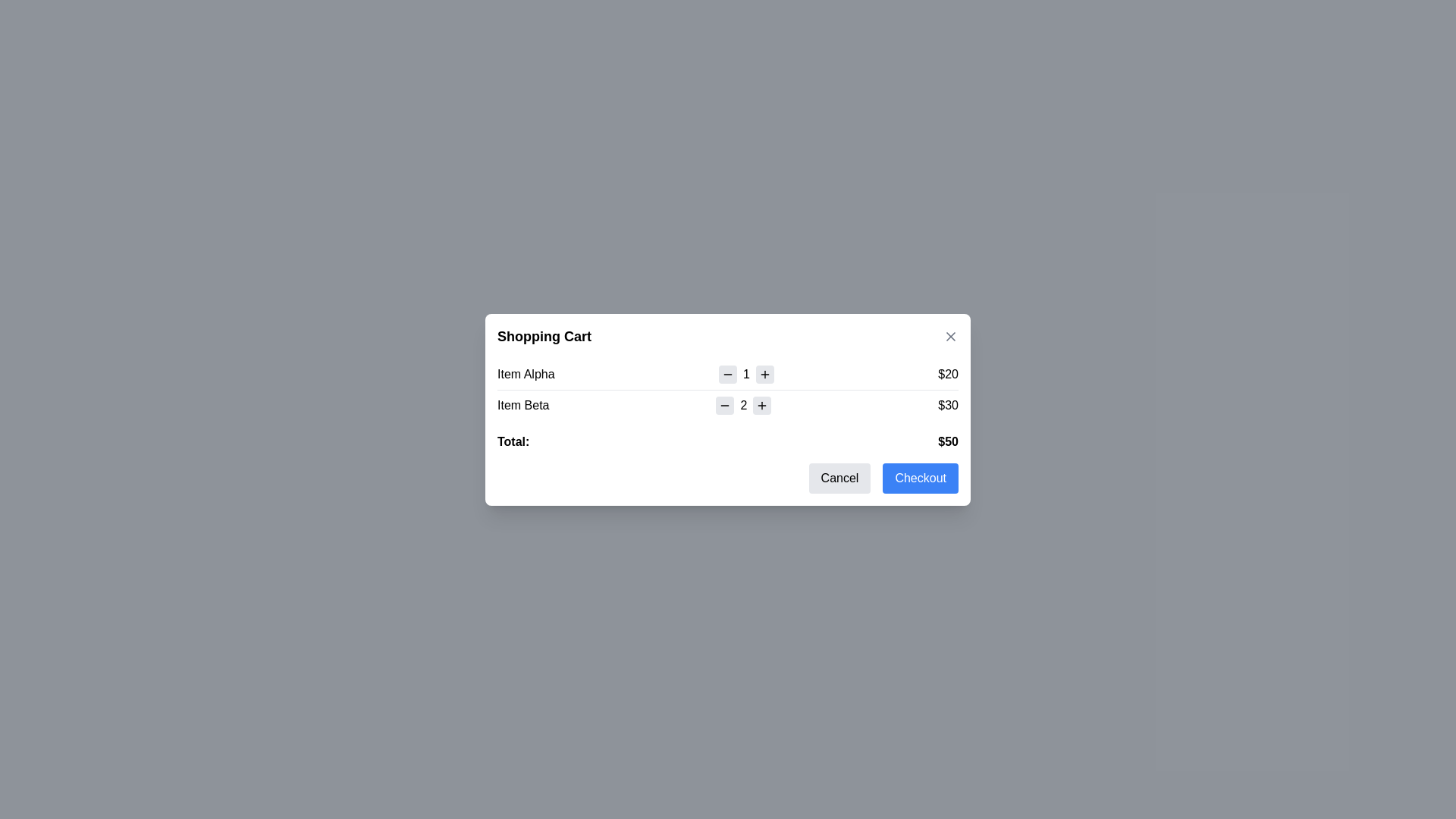  I want to click on text from the static label indicating the total amount payable in the shopping cart summary, located to the left of the value '$50', so click(513, 441).